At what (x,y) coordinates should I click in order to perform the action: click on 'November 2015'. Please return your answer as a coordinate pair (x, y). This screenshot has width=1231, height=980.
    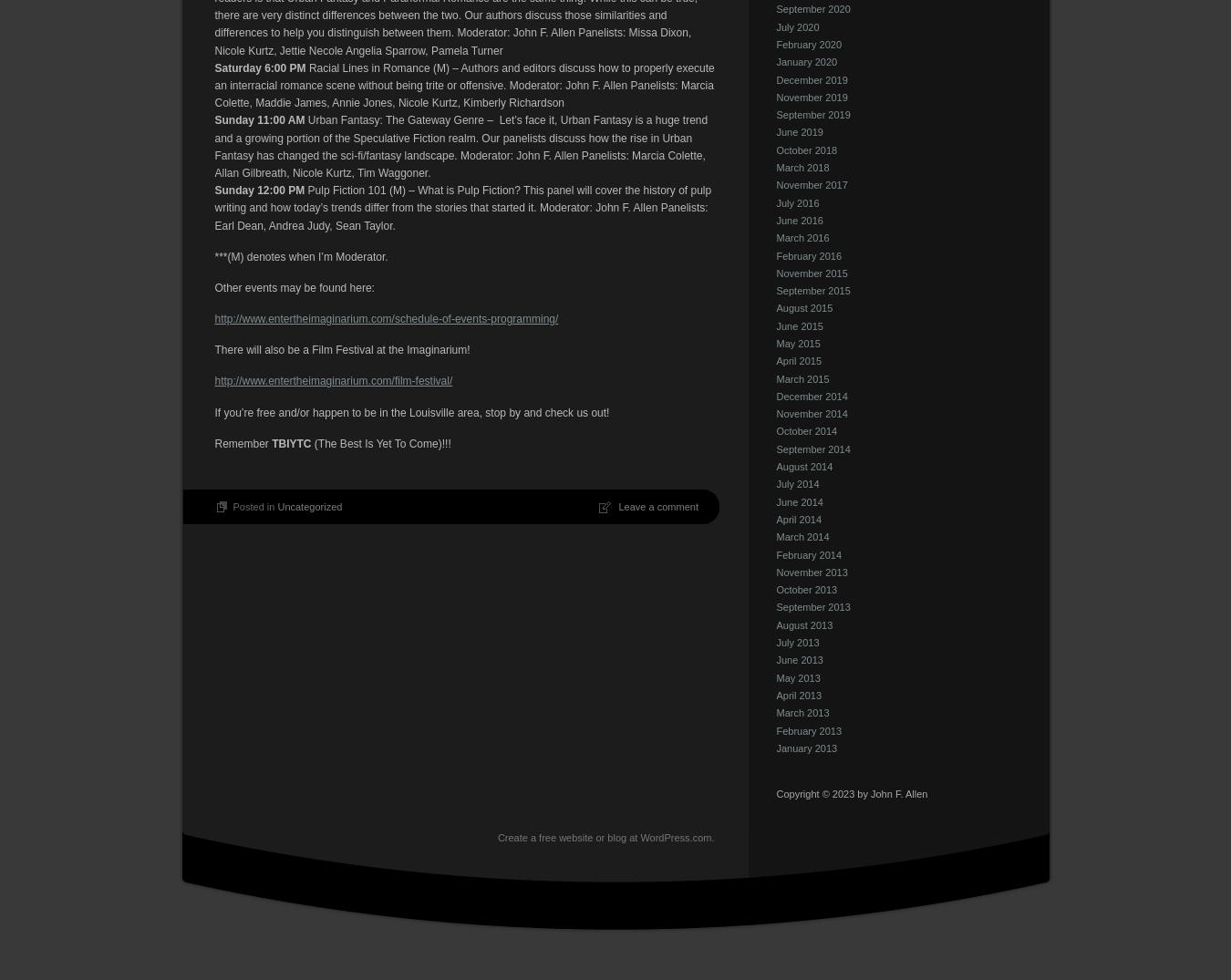
    Looking at the image, I should click on (812, 271).